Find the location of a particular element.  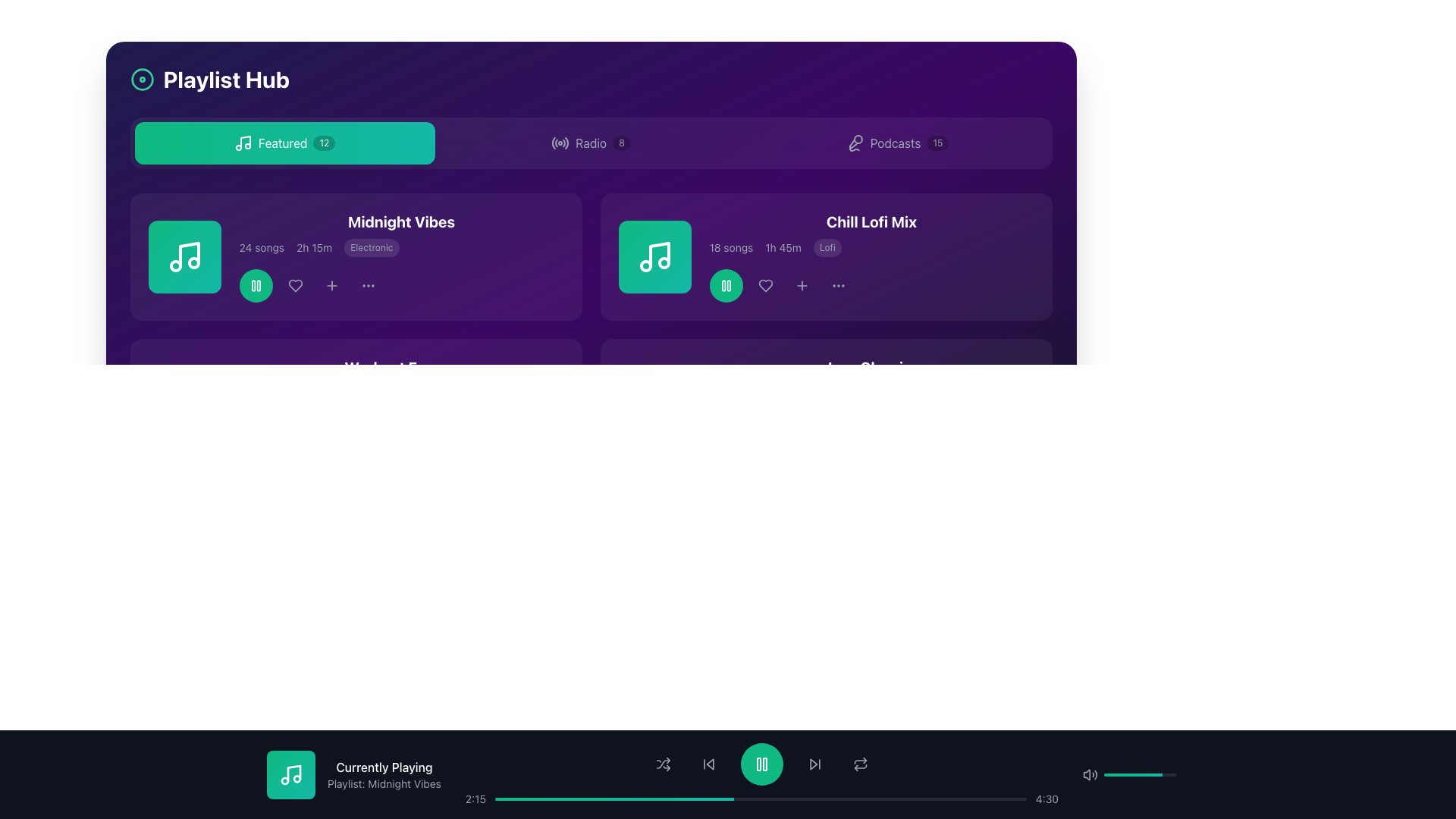

the text label displaying the duration '1h 45m' within the dark purple background of the playlist metadata interface is located at coordinates (783, 247).